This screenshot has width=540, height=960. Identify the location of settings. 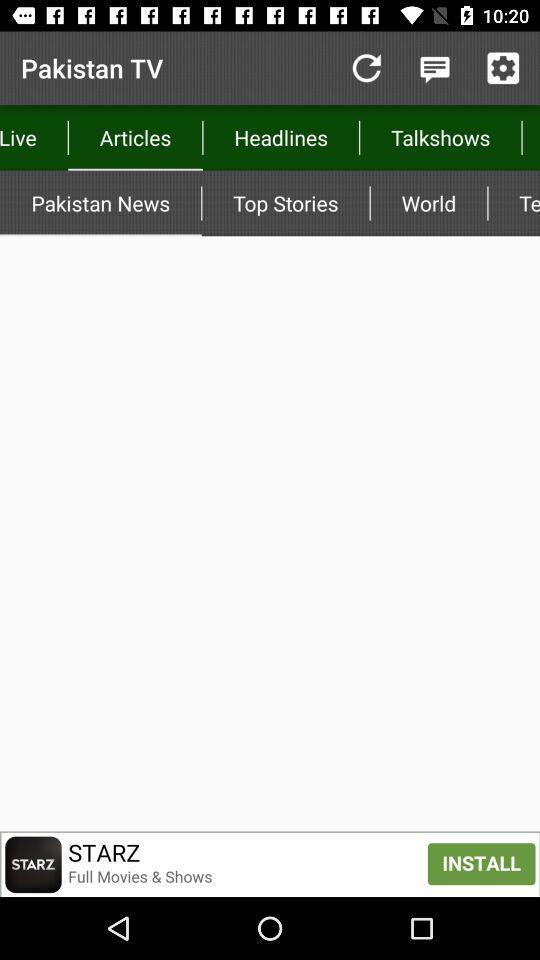
(502, 68).